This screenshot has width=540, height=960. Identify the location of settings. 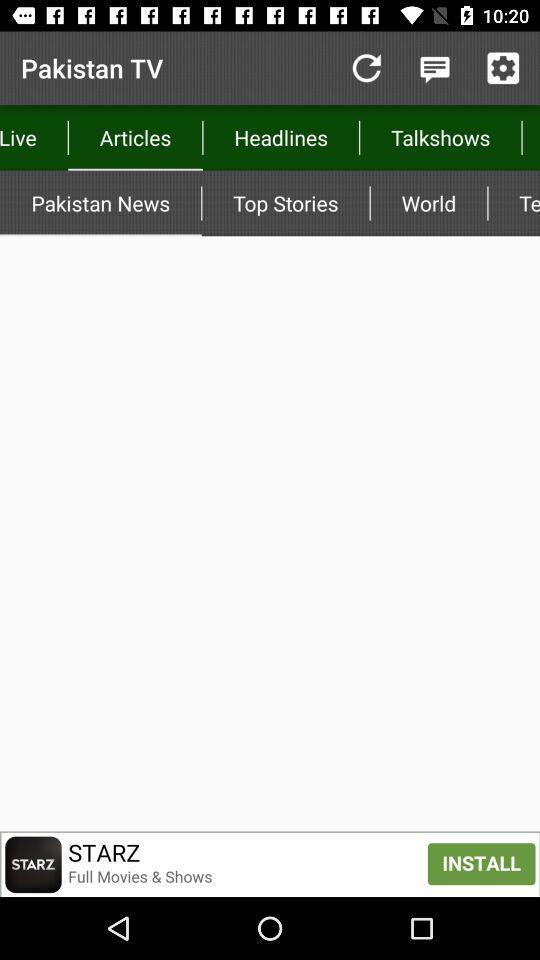
(502, 68).